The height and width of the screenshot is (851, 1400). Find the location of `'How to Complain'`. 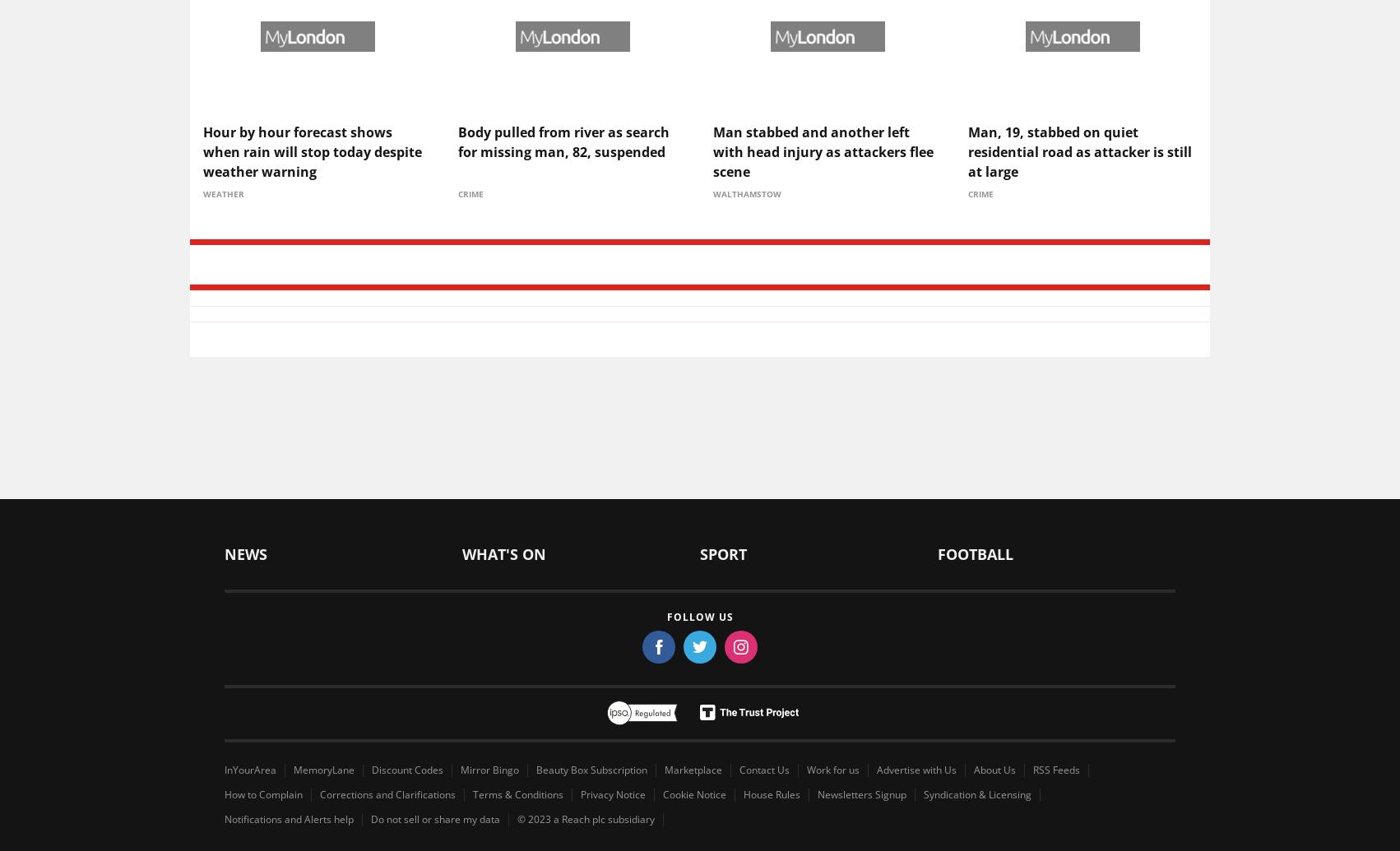

'How to Complain' is located at coordinates (263, 793).